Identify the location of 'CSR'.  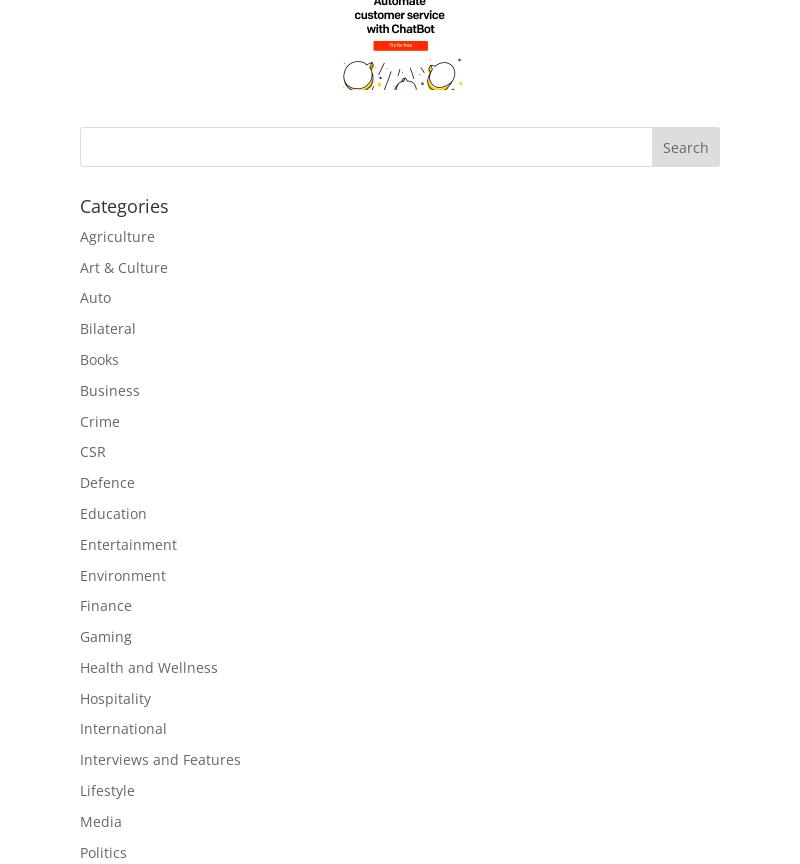
(93, 451).